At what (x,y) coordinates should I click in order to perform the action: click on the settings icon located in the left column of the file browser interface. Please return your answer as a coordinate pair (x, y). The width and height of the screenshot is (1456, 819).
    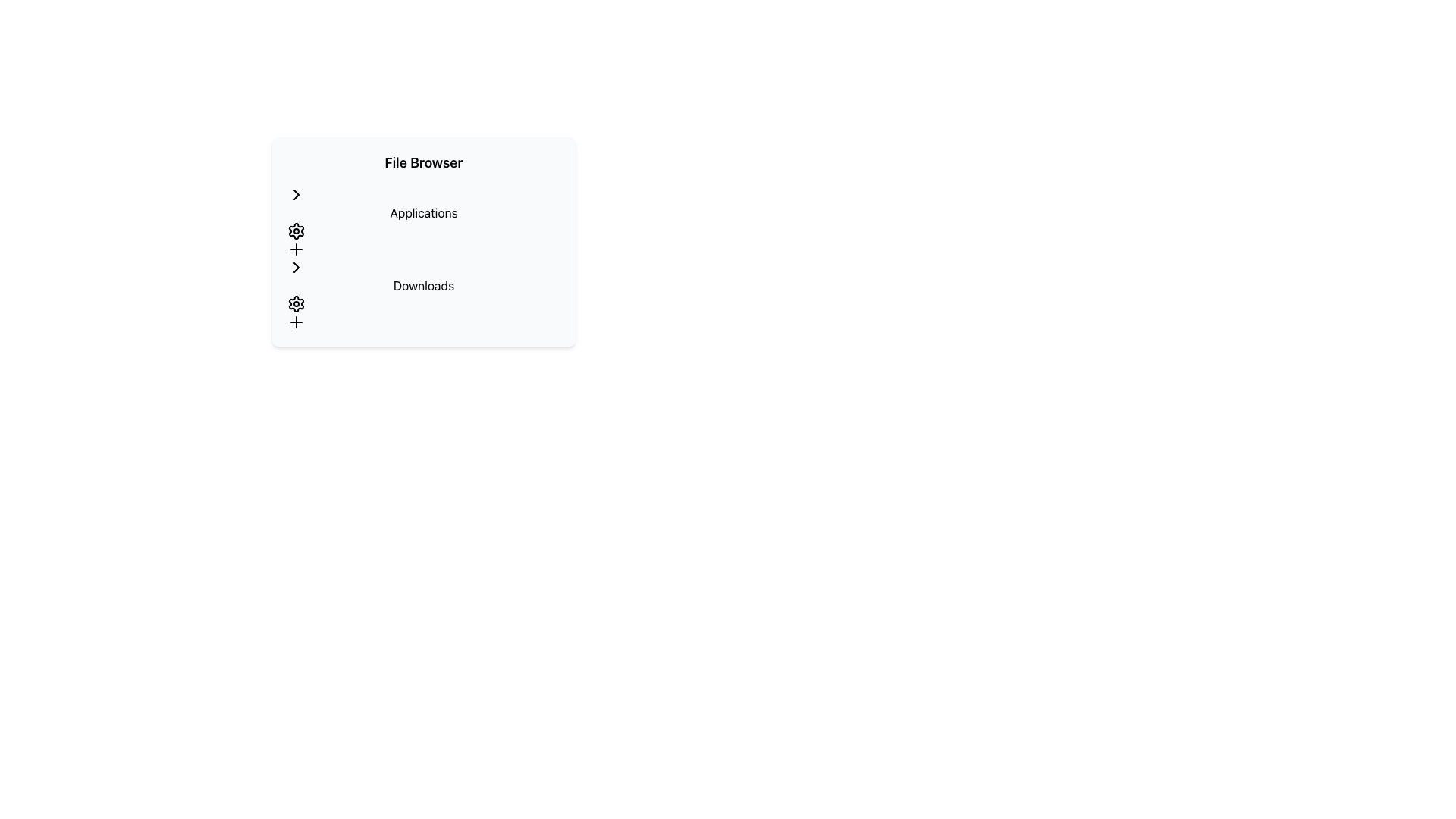
    Looking at the image, I should click on (296, 304).